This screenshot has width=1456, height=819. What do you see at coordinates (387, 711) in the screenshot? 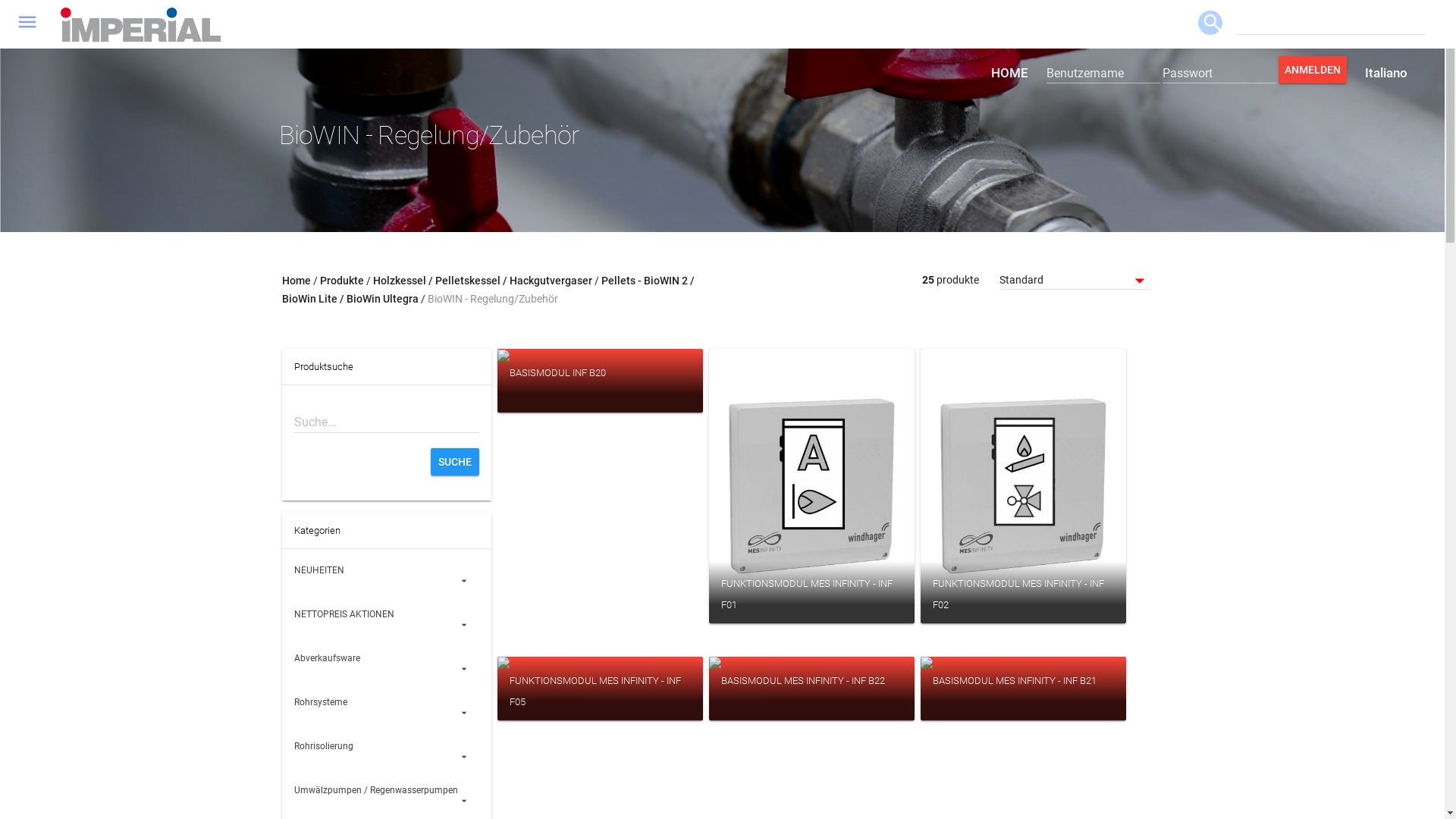
I see `'Rohrsysteme` at bounding box center [387, 711].